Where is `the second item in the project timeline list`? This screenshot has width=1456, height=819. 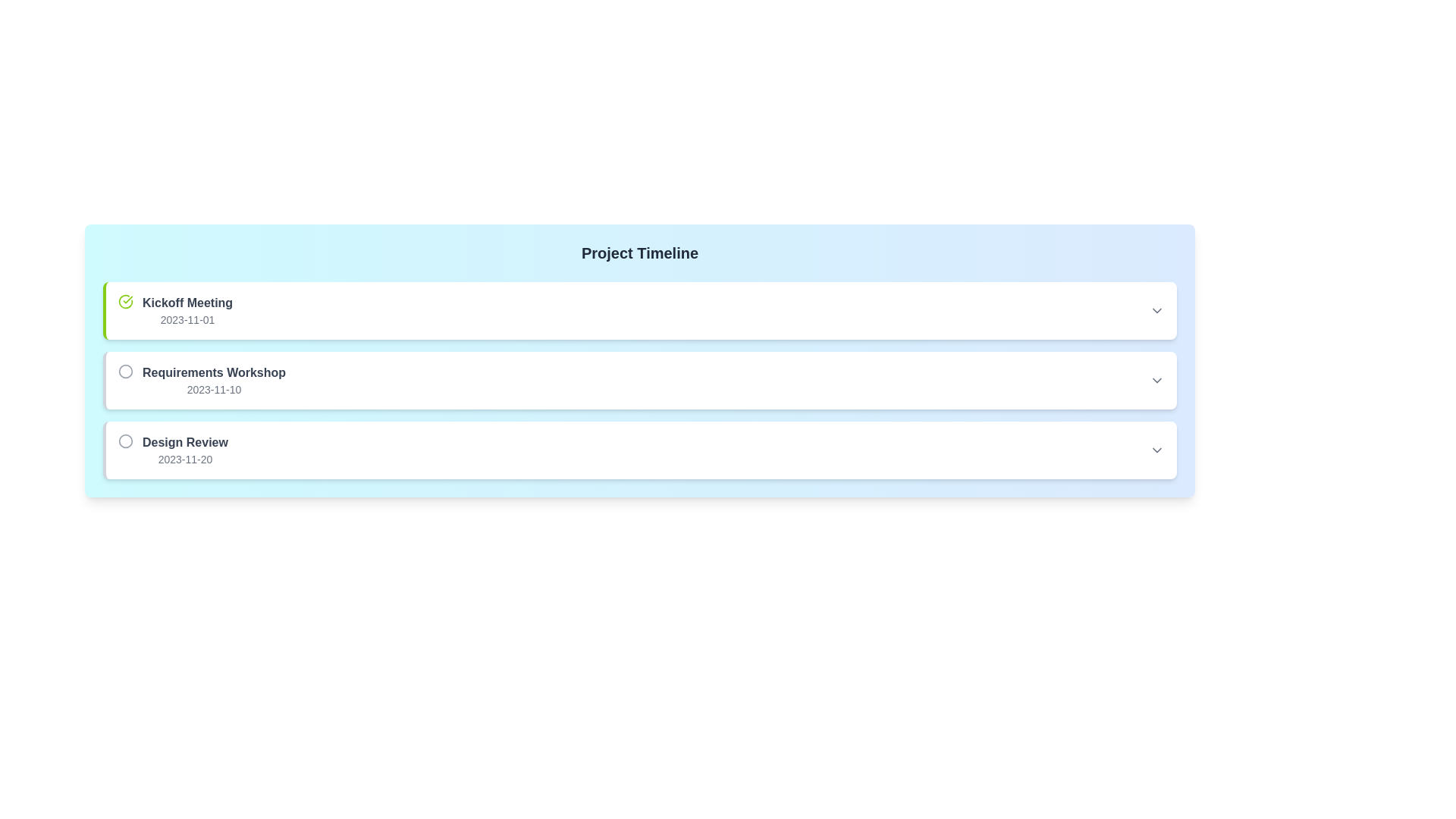 the second item in the project timeline list is located at coordinates (201, 379).